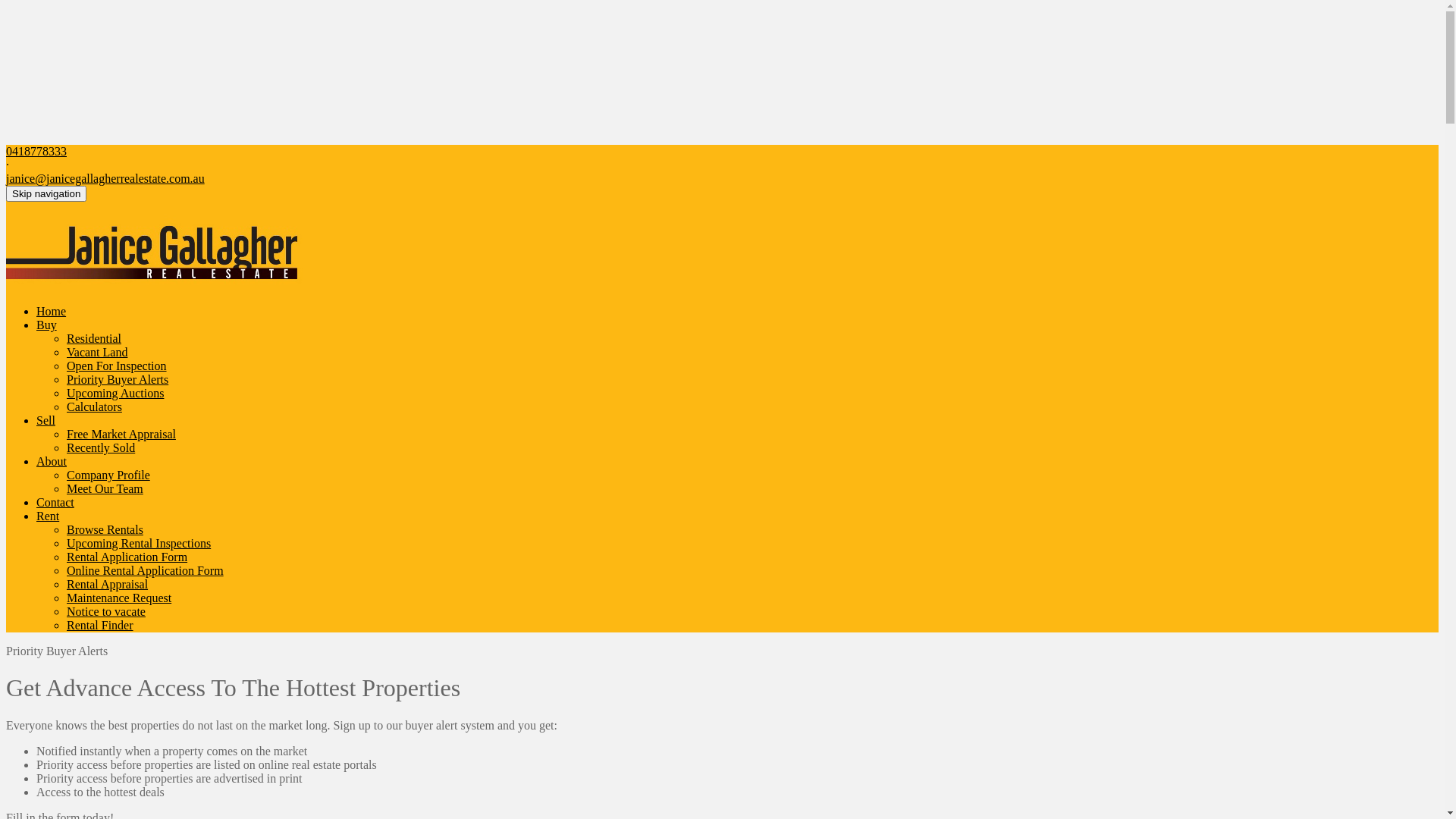 The height and width of the screenshot is (819, 1456). I want to click on 'About', so click(51, 460).